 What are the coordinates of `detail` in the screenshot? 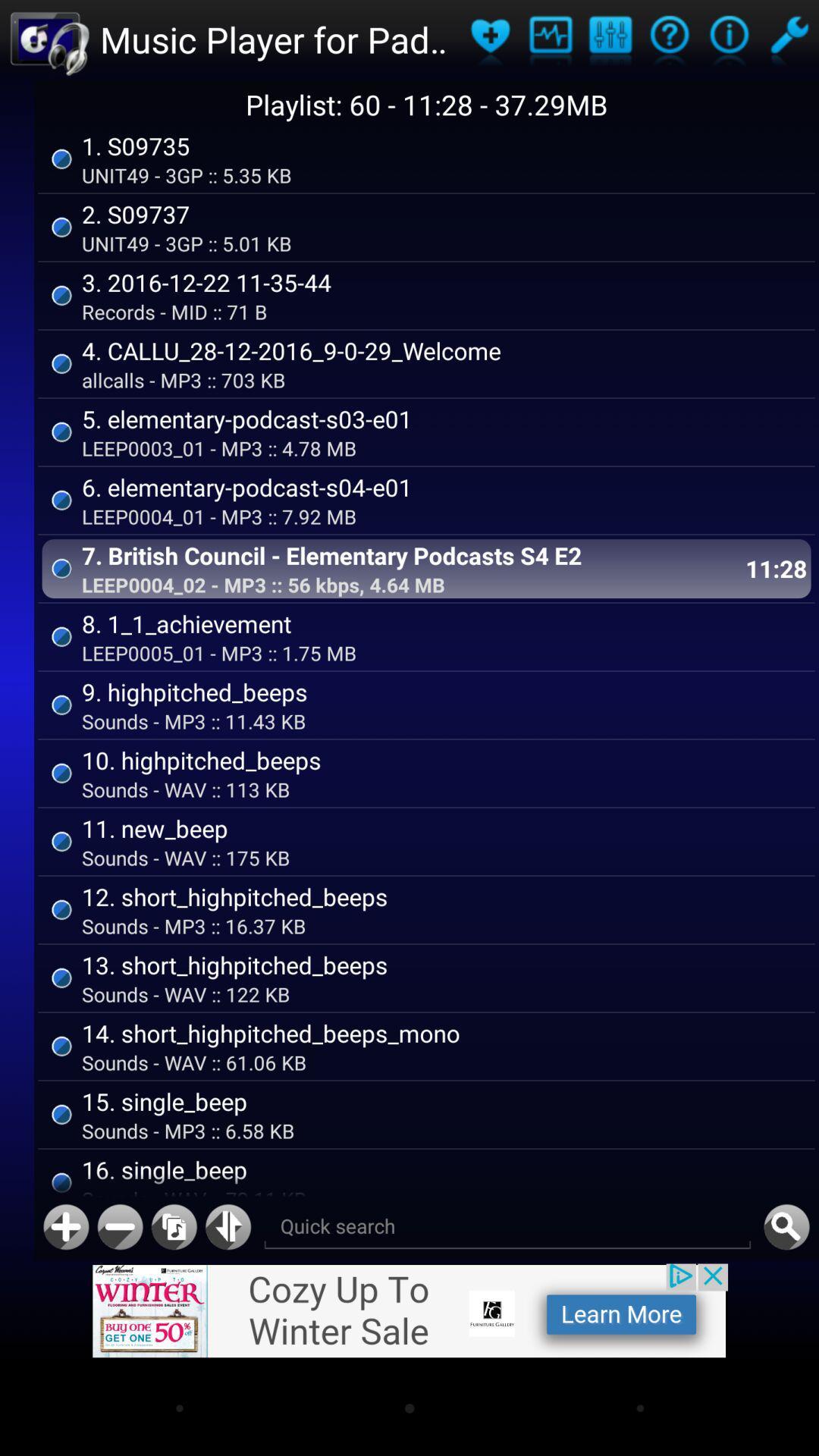 It's located at (728, 39).